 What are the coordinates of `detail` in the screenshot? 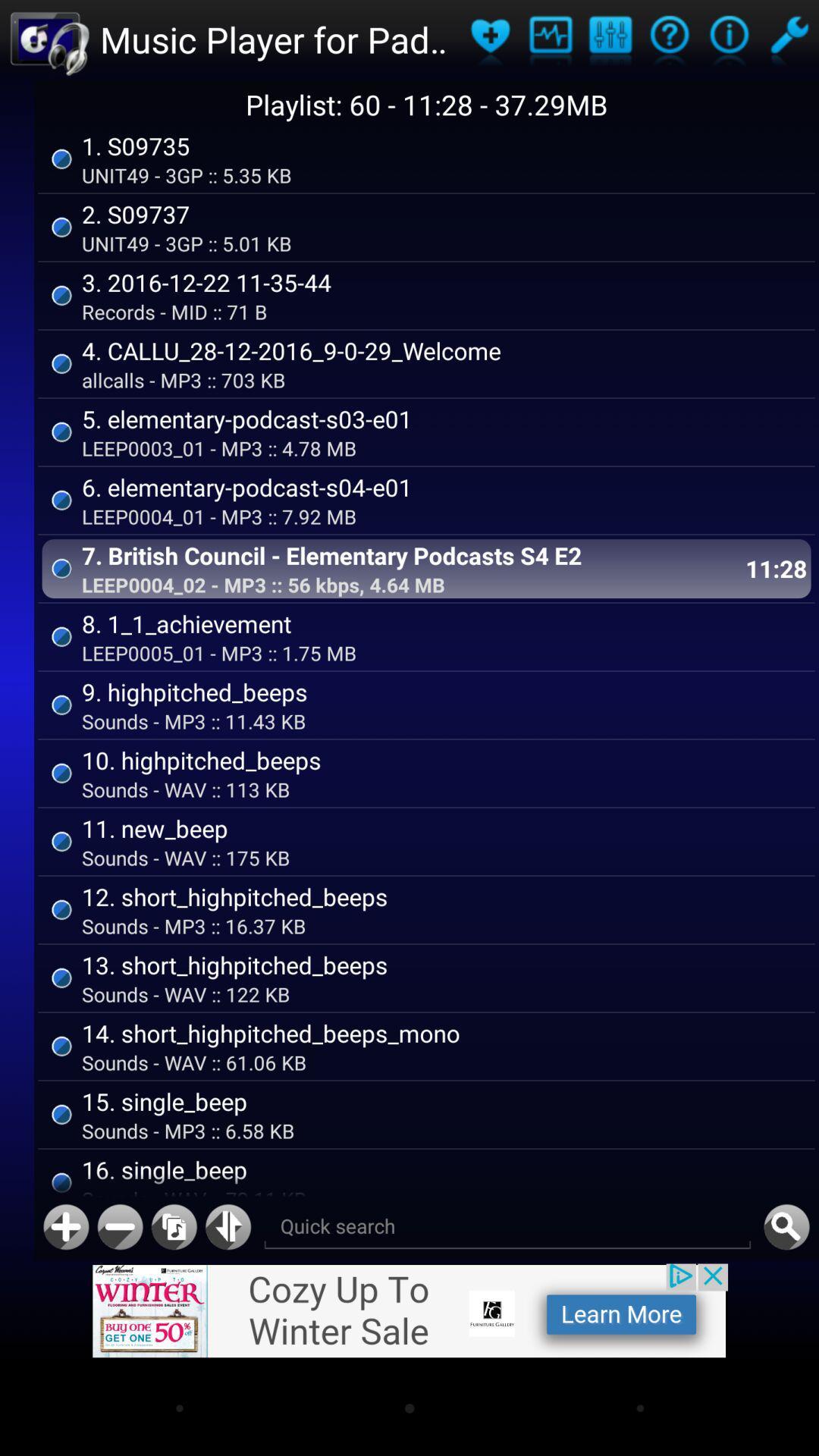 It's located at (728, 39).